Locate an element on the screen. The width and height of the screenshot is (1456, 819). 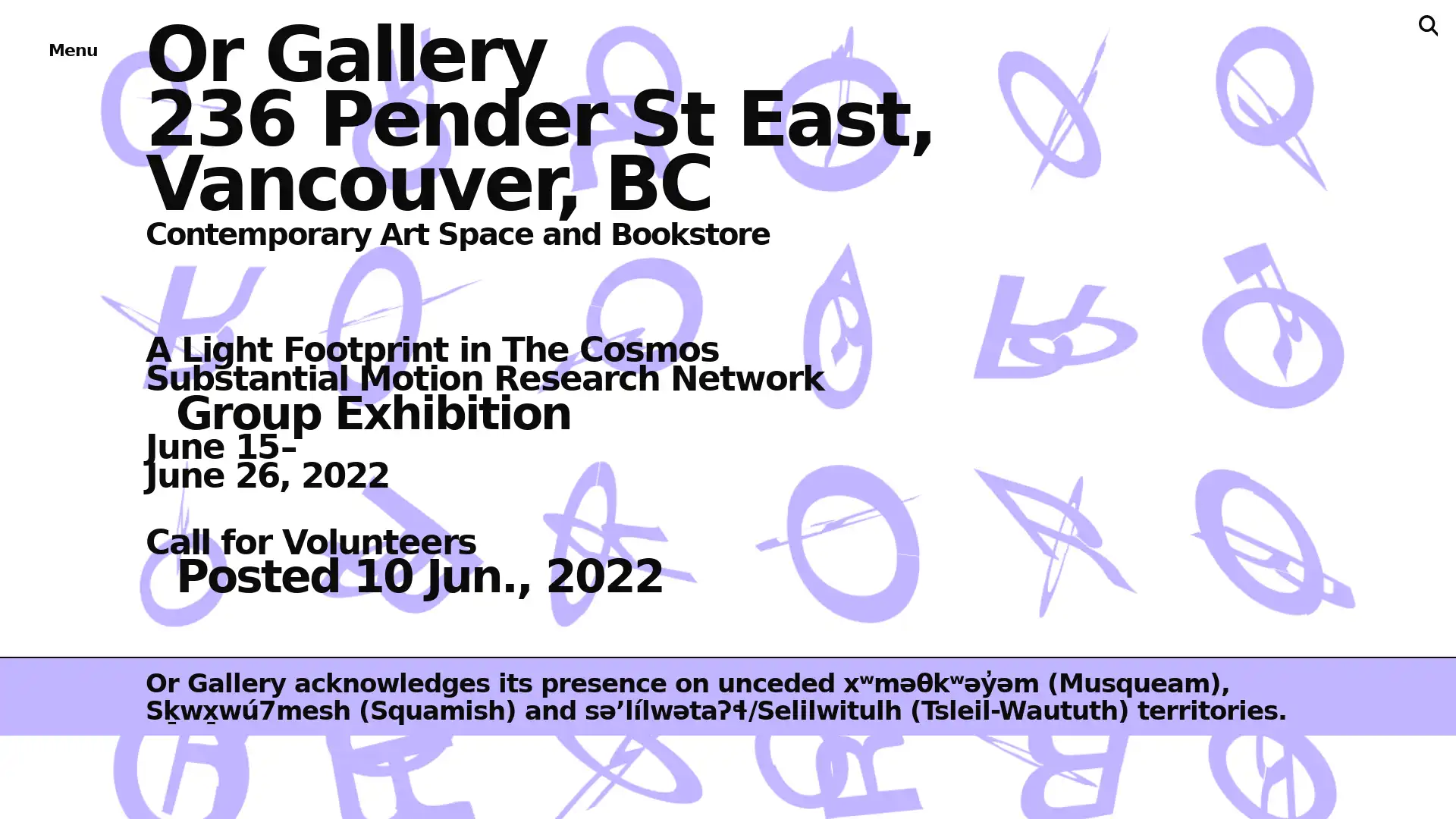
Exhibitions & Projects is located at coordinates (329, 149).